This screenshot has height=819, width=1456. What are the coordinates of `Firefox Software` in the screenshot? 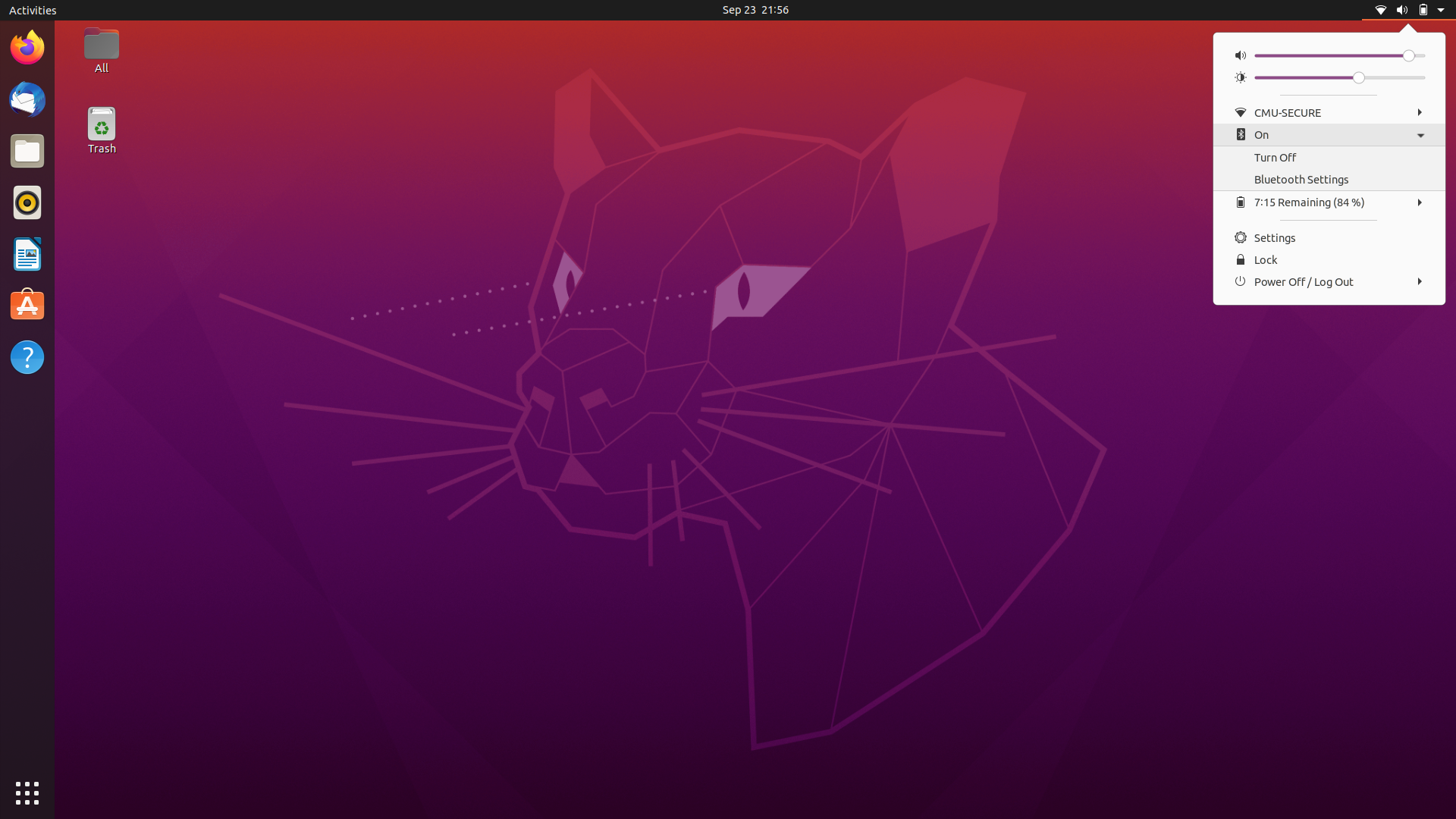 It's located at (26, 45).